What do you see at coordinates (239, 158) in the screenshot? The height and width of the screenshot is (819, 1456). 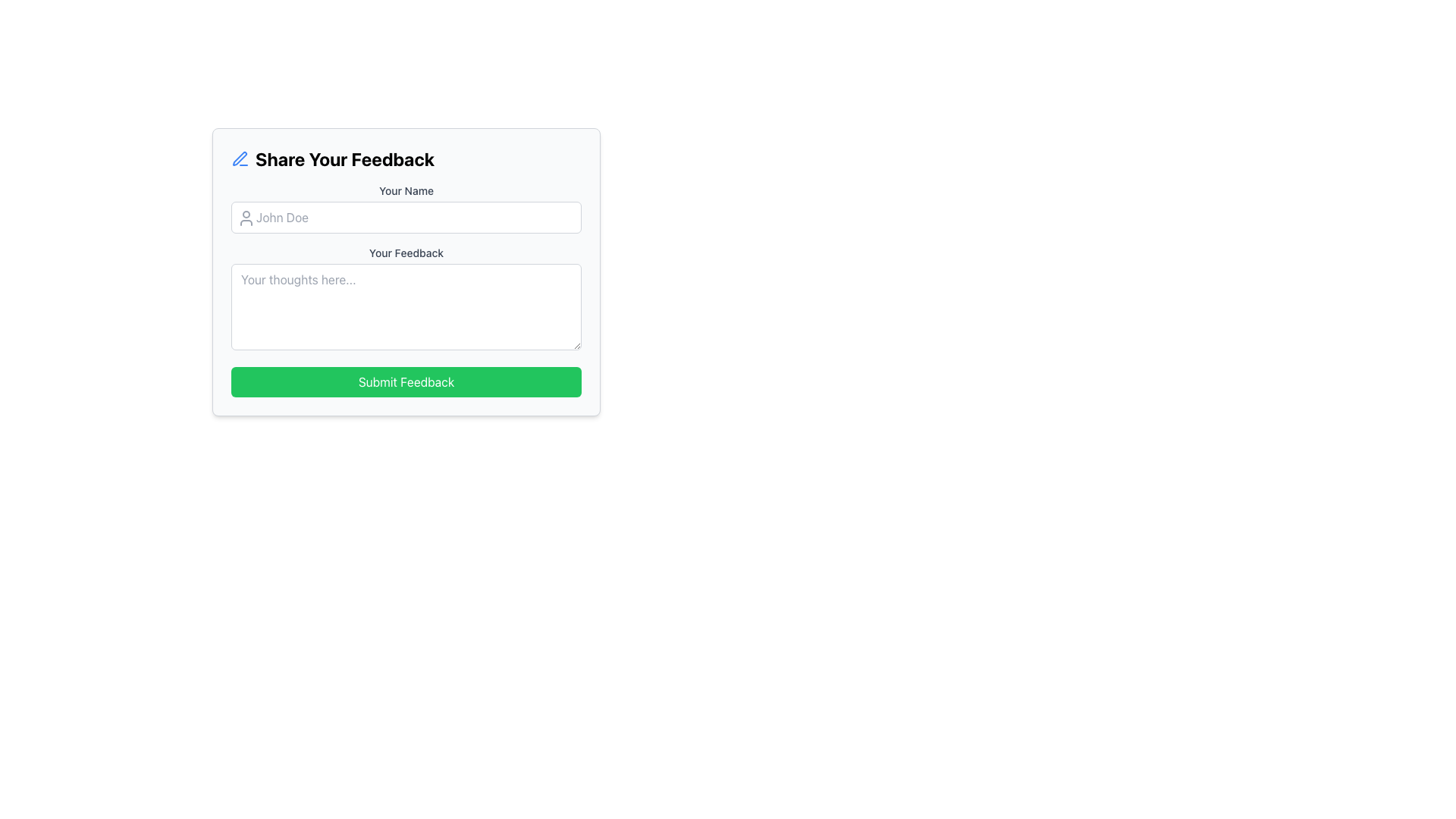 I see `the decorative graphic element of the pen icon next to the 'Share Your Feedback' text in the feedback panel` at bounding box center [239, 158].